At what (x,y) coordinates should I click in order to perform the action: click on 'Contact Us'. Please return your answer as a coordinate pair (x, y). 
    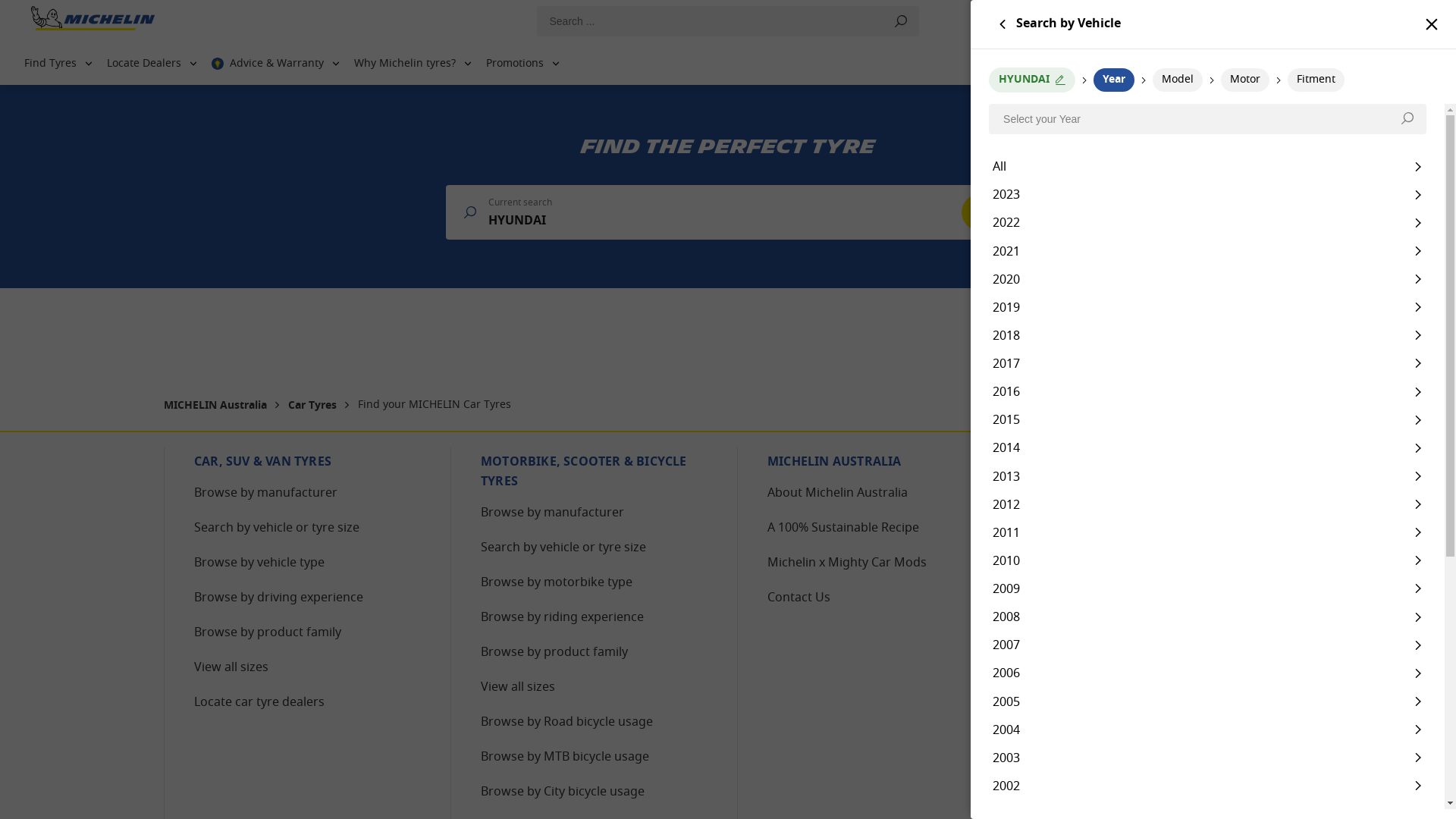
    Looking at the image, I should click on (798, 598).